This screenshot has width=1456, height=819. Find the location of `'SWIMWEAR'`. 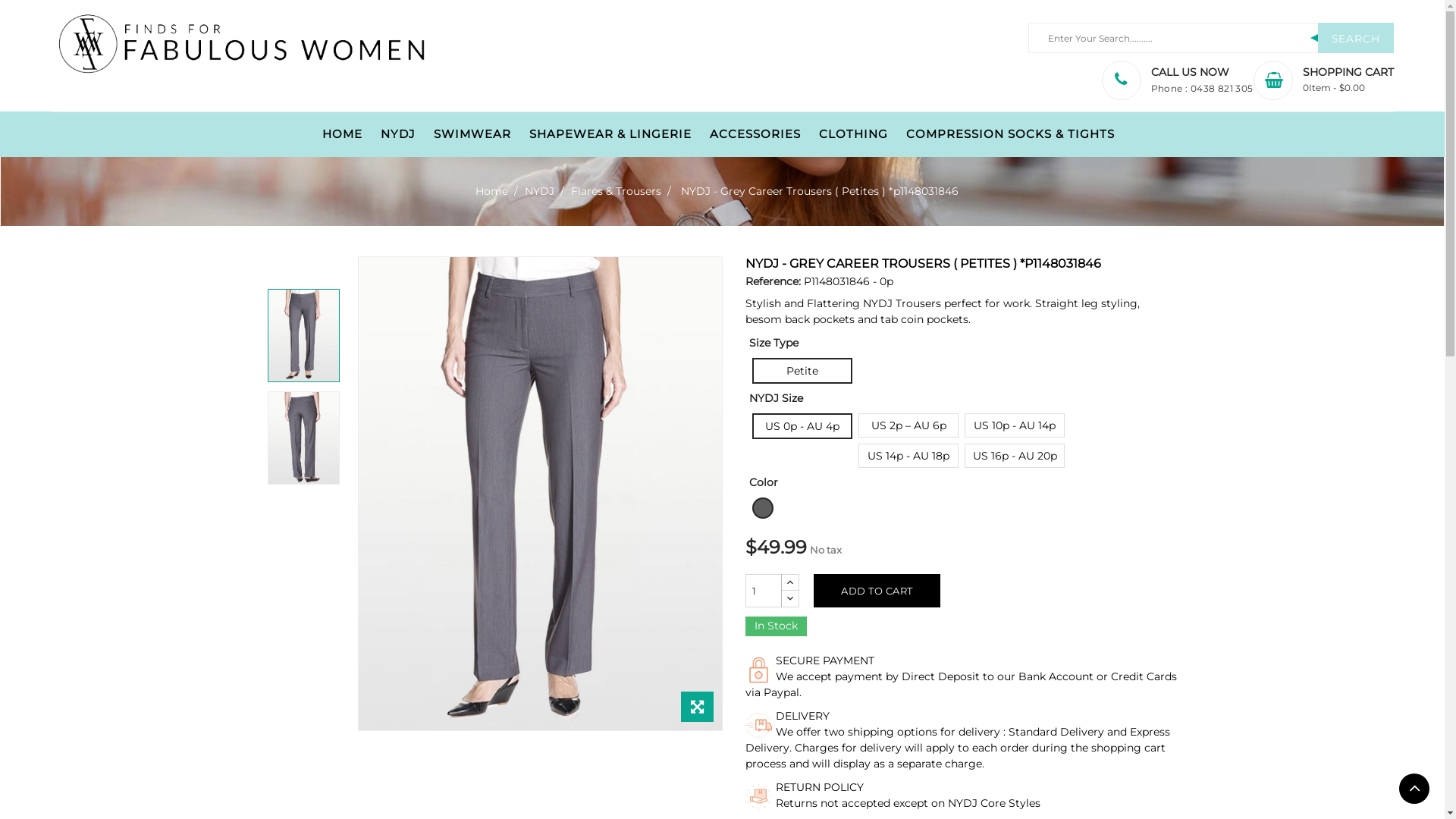

'SWIMWEAR' is located at coordinates (472, 133).